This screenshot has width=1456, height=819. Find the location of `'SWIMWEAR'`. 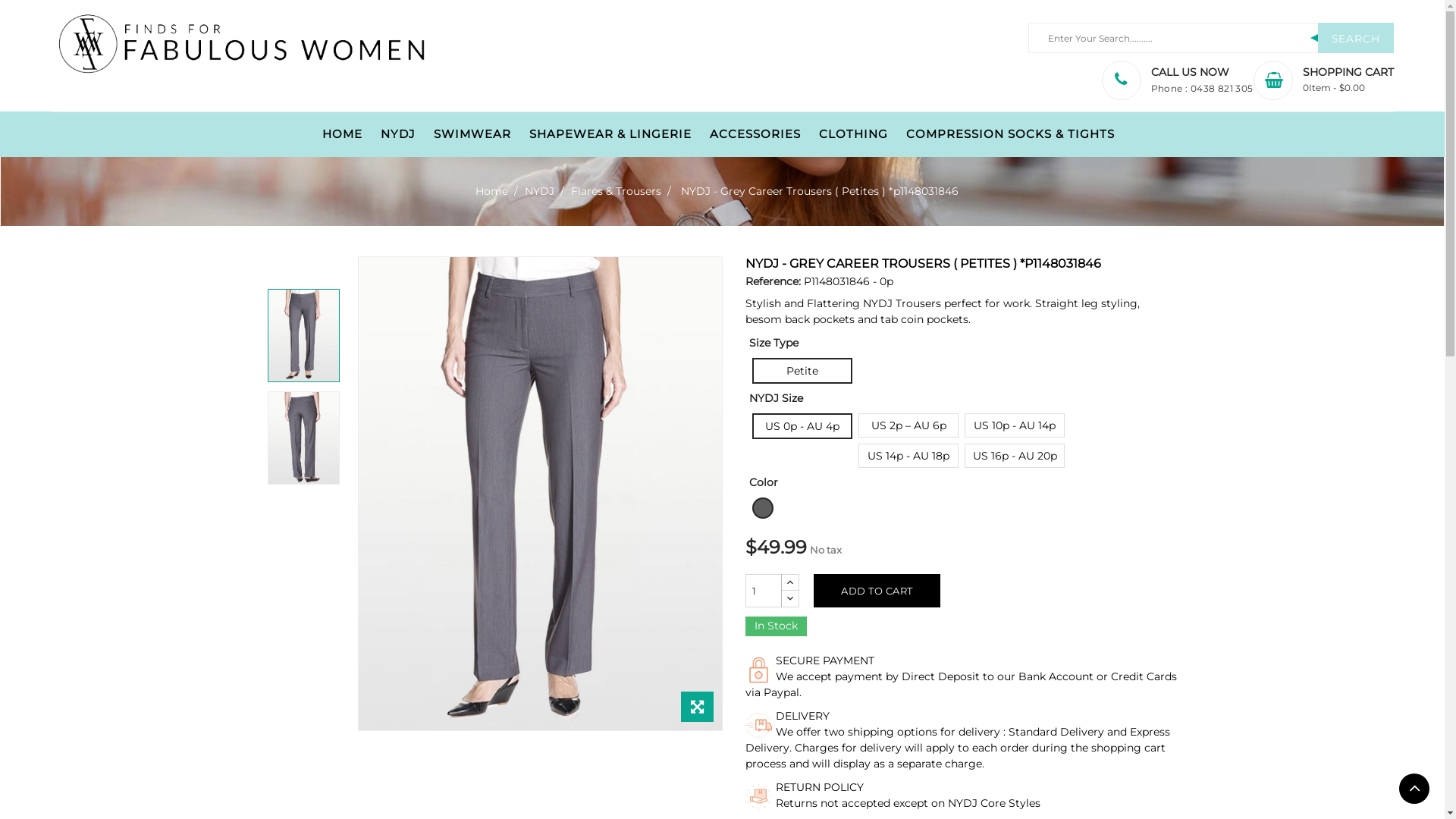

'SWIMWEAR' is located at coordinates (472, 133).